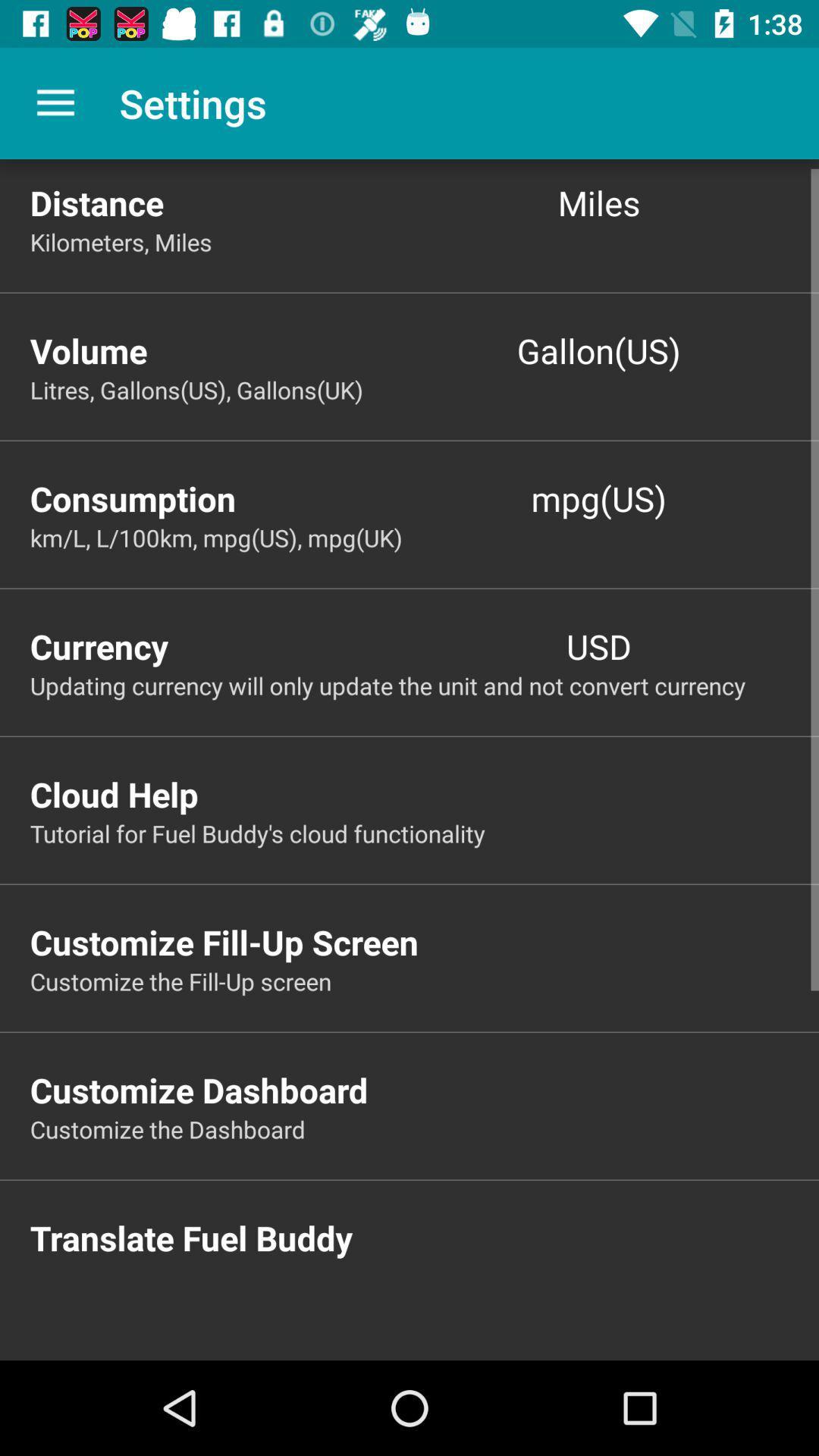  I want to click on the icon next to the settings item, so click(55, 102).